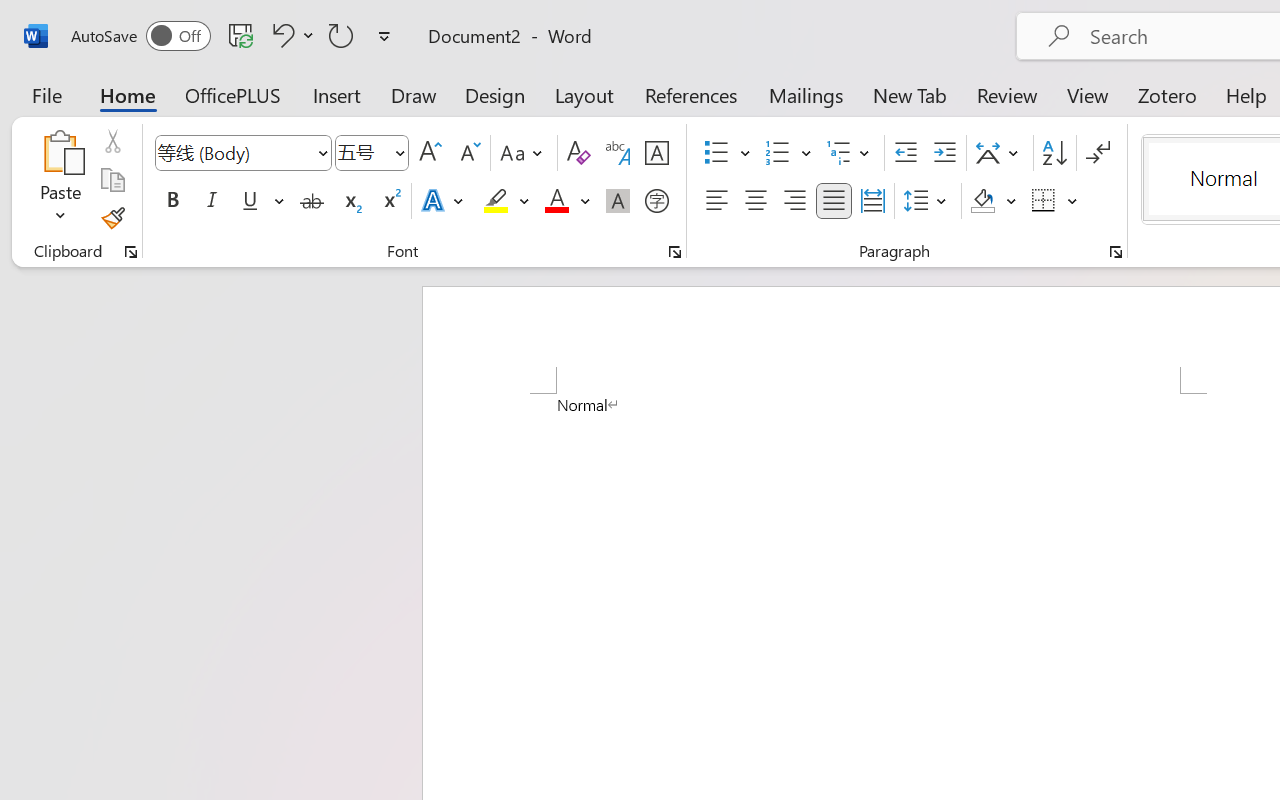  I want to click on 'Undo Apply Quick Style', so click(279, 34).